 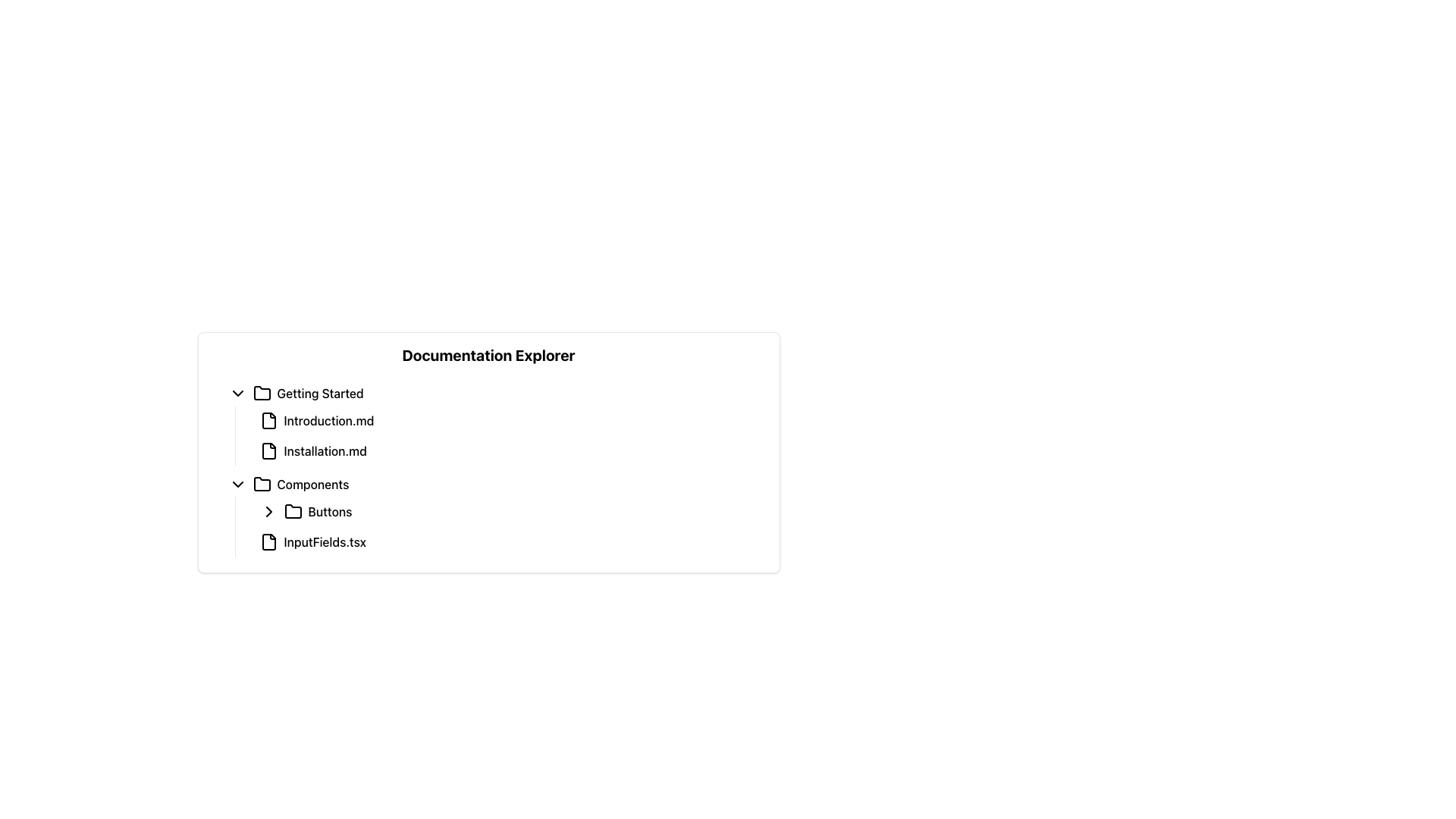 What do you see at coordinates (300, 485) in the screenshot?
I see `the 'Components' label with the folder icon in the 'Documentation Explorer' navigation menu, which is positioned under 'Getting Started'` at bounding box center [300, 485].